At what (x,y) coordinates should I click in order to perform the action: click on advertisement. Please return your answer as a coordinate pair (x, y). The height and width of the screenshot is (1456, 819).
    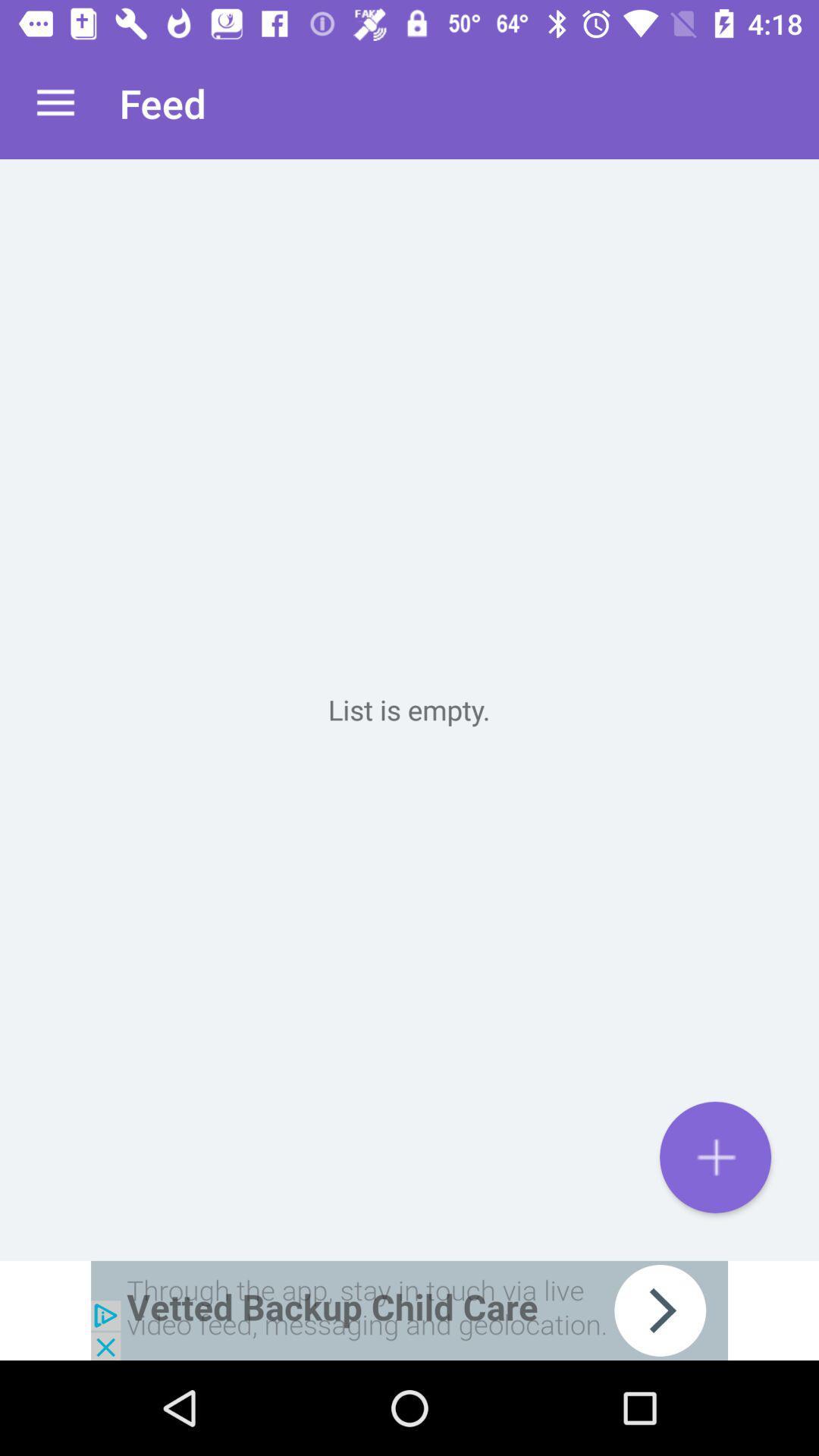
    Looking at the image, I should click on (409, 1310).